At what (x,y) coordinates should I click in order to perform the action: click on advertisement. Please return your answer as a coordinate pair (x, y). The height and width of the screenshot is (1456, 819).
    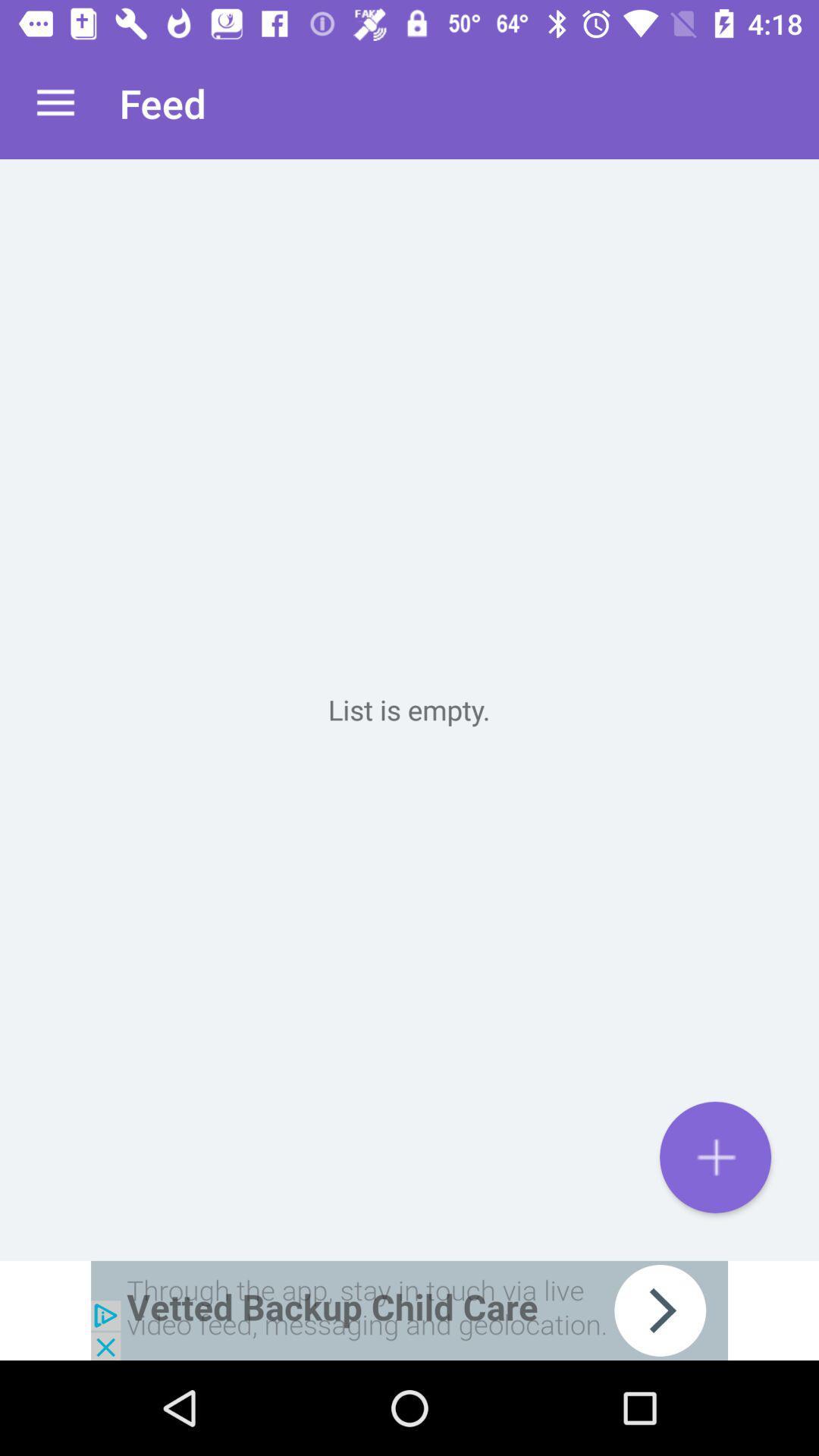
    Looking at the image, I should click on (409, 1310).